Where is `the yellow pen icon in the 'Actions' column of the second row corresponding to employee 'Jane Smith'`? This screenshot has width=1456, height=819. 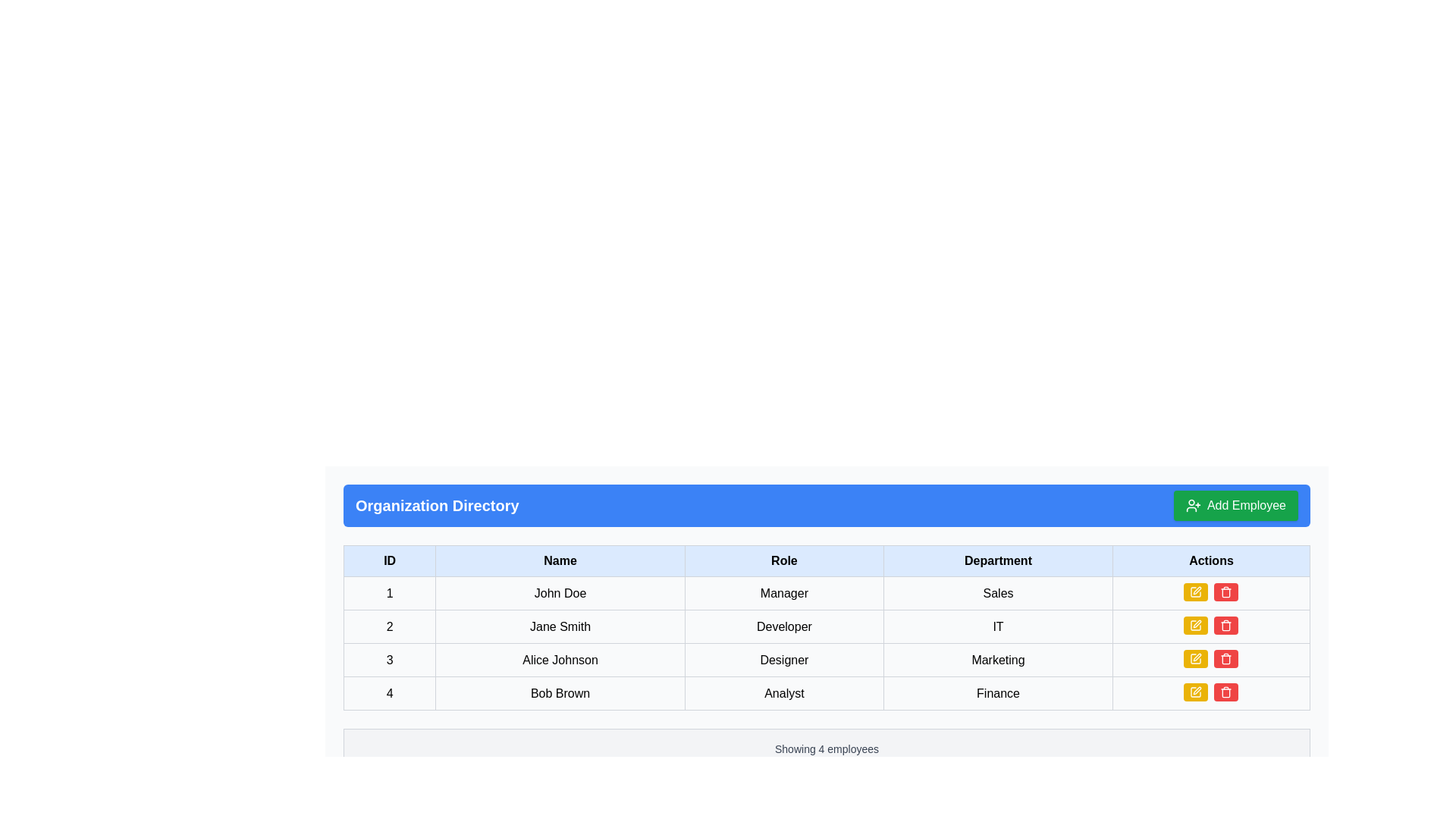 the yellow pen icon in the 'Actions' column of the second row corresponding to employee 'Jane Smith' is located at coordinates (1197, 623).